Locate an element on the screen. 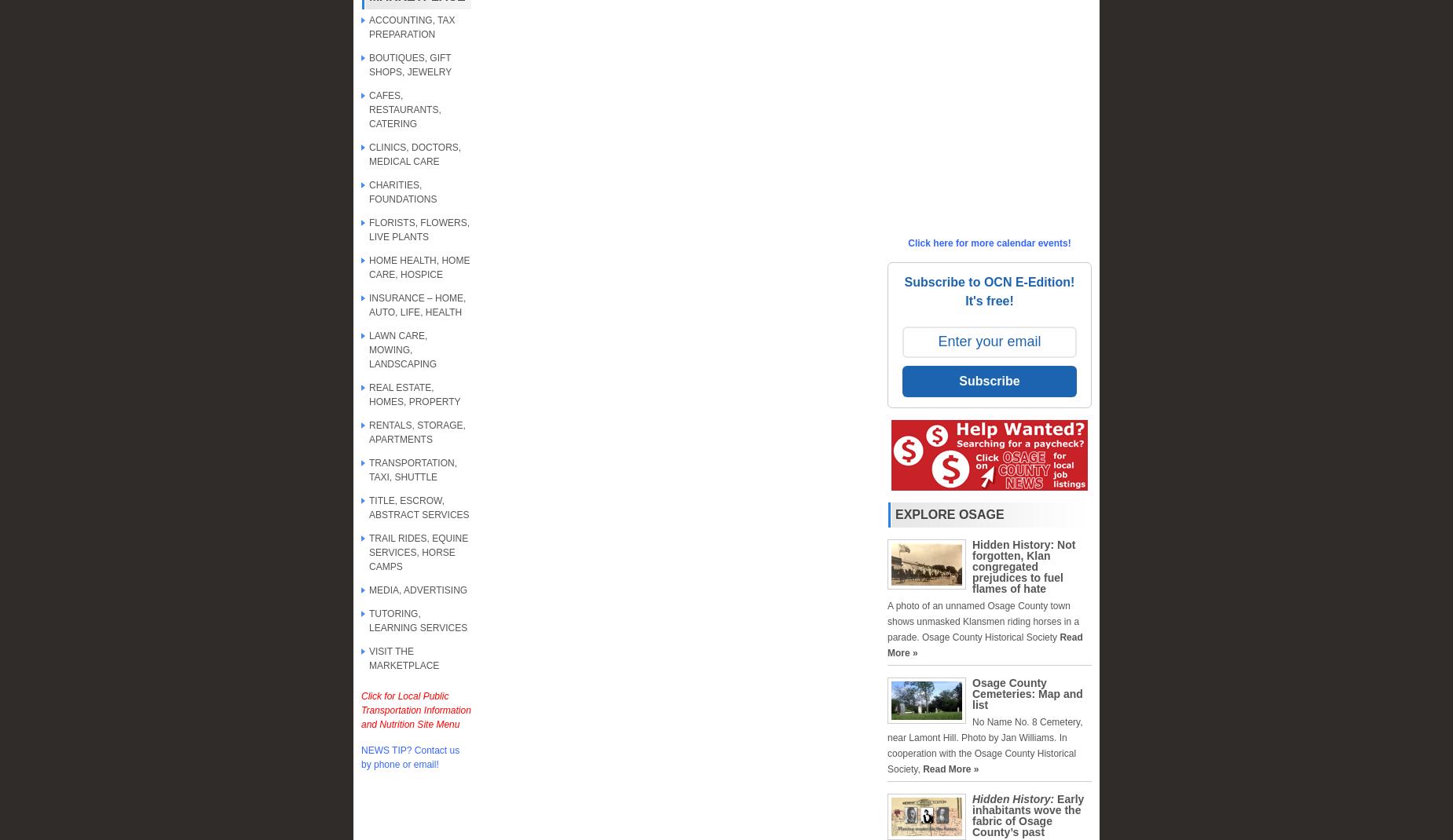 The image size is (1453, 840). 'LAWN CARE, MOWING, LANDSCAPING' is located at coordinates (403, 349).